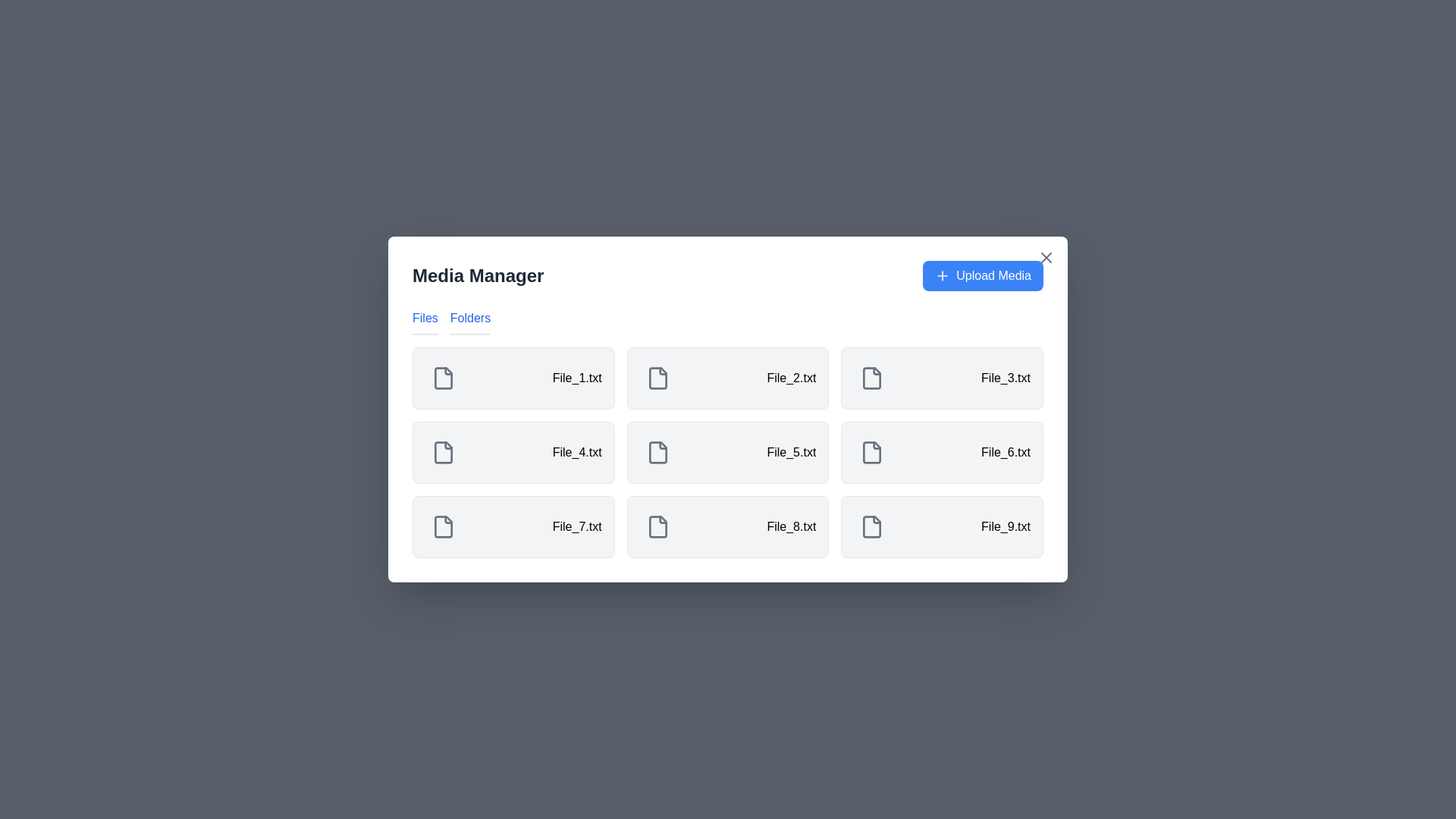  What do you see at coordinates (790, 377) in the screenshot?
I see `the static text label displaying 'File_2.txt', which is positioned in the first row and second column of a grid of file blocks` at bounding box center [790, 377].